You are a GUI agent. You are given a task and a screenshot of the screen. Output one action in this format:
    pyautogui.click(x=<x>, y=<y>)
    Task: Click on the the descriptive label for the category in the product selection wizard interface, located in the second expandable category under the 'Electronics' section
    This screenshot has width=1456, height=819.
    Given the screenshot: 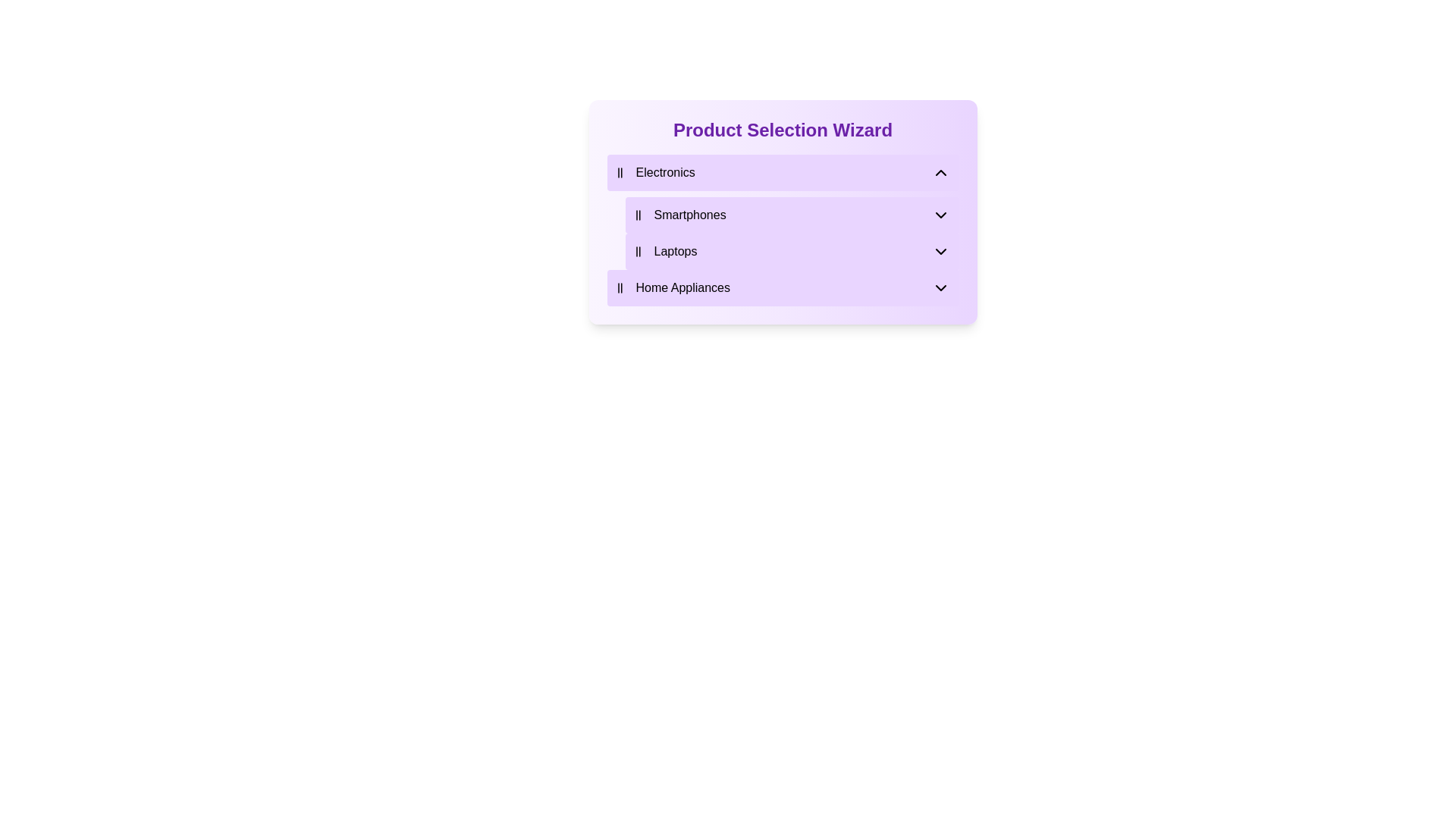 What is the action you would take?
    pyautogui.click(x=689, y=215)
    